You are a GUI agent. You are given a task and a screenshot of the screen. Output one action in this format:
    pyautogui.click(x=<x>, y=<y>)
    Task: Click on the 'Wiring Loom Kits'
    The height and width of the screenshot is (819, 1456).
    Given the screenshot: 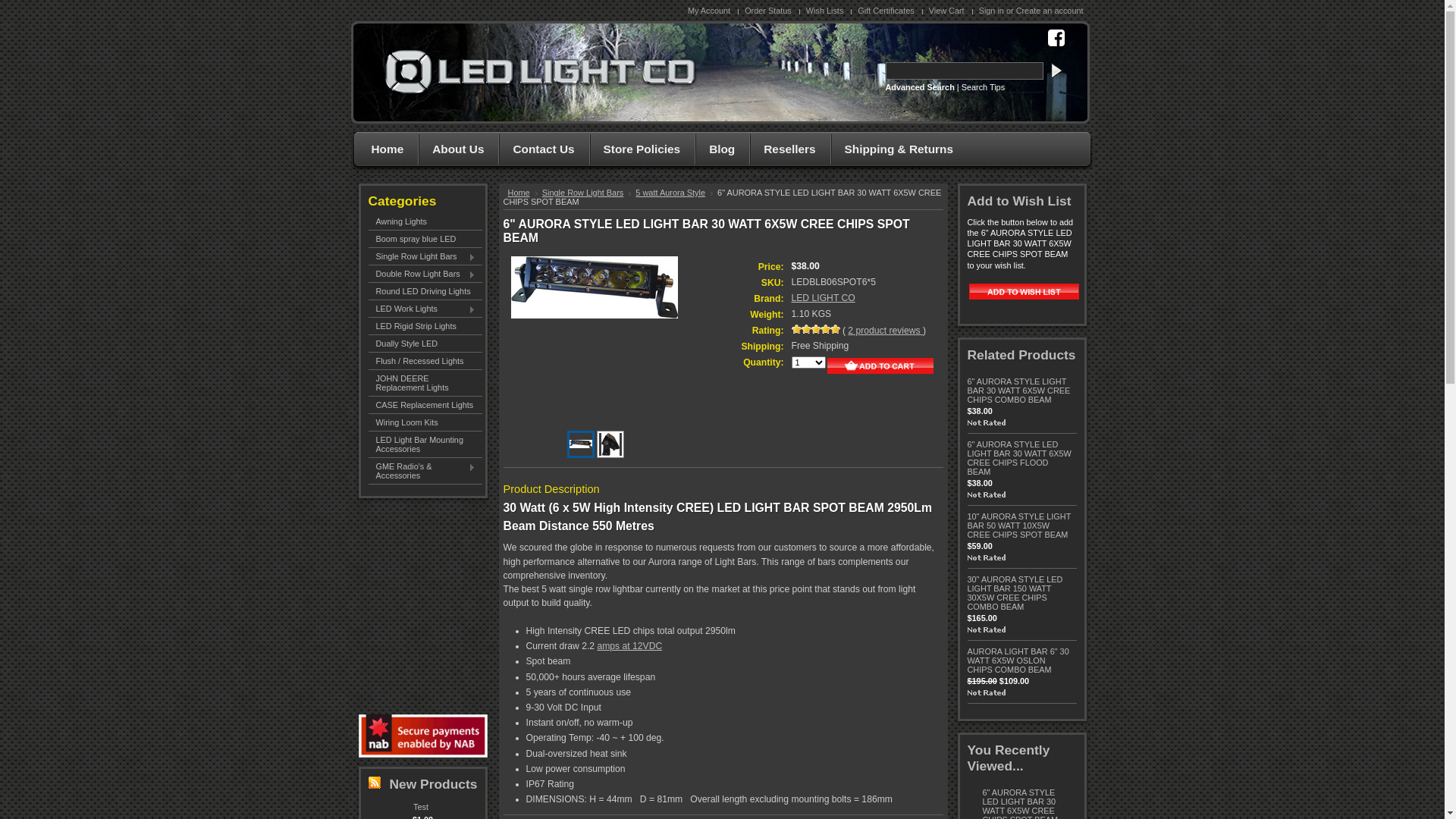 What is the action you would take?
    pyautogui.click(x=425, y=422)
    